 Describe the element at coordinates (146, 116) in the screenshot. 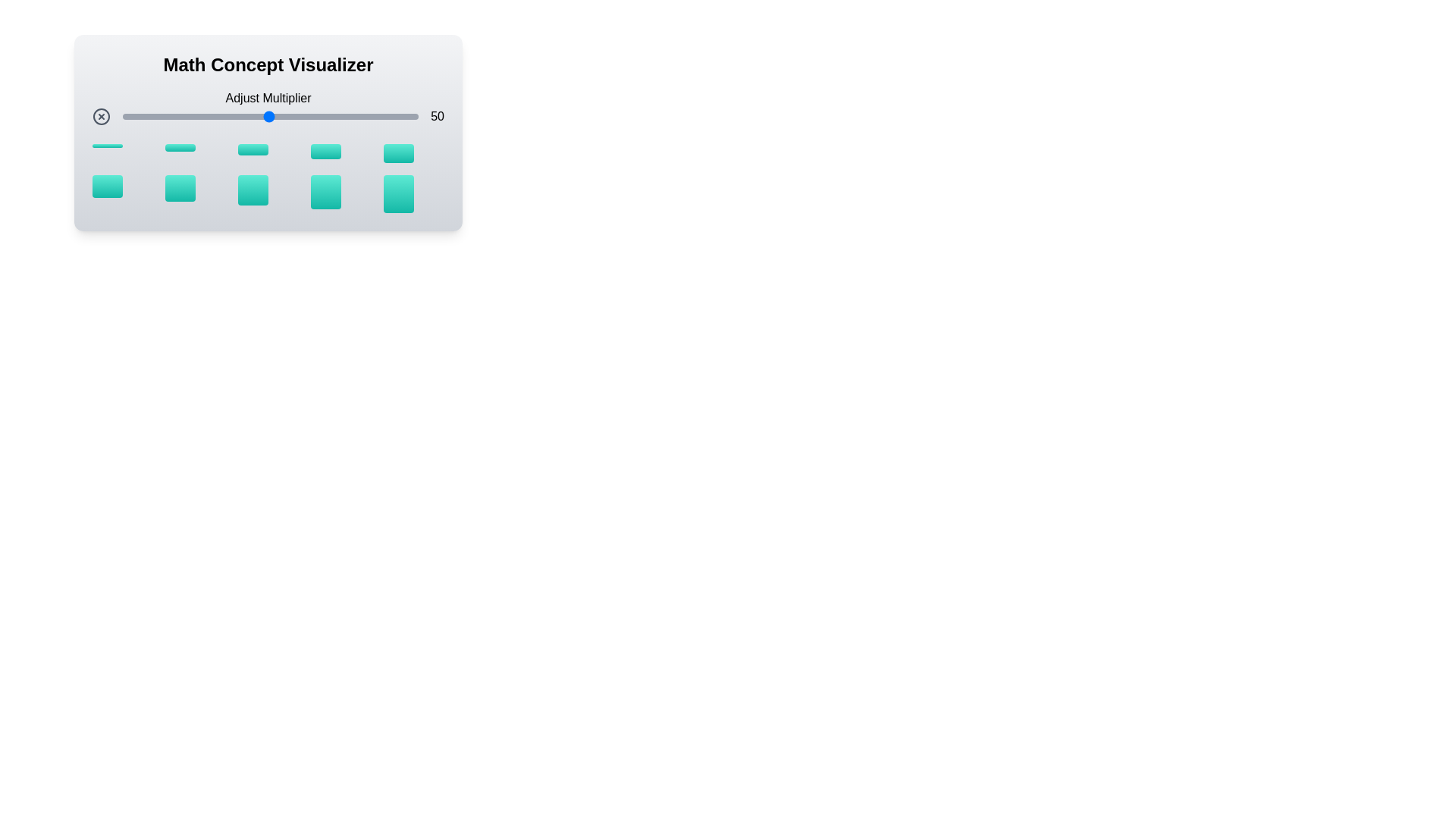

I see `the multiplier to 9 by adjusting the slider` at that location.